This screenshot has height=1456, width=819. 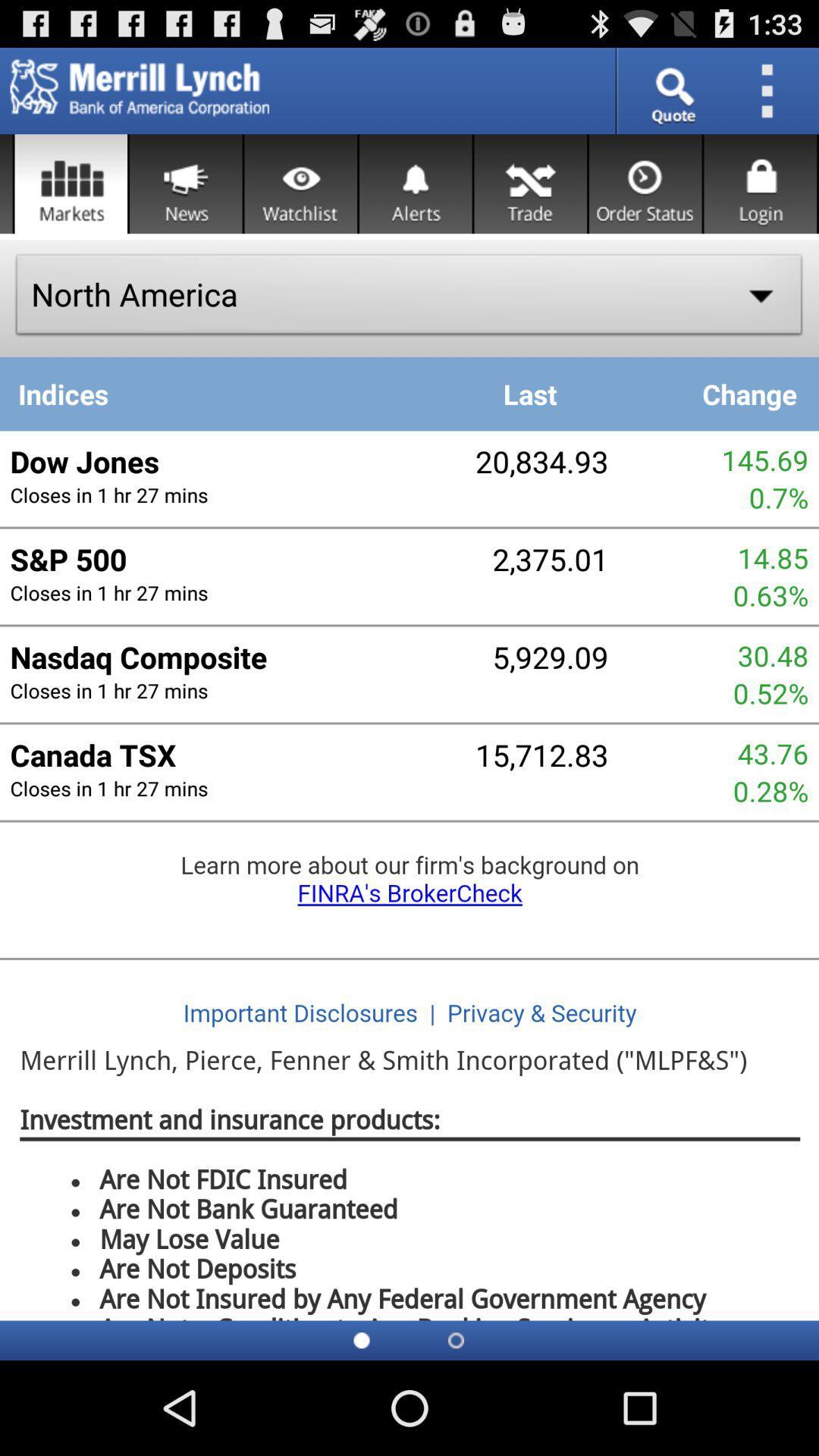 I want to click on the more icon, so click(x=772, y=96).